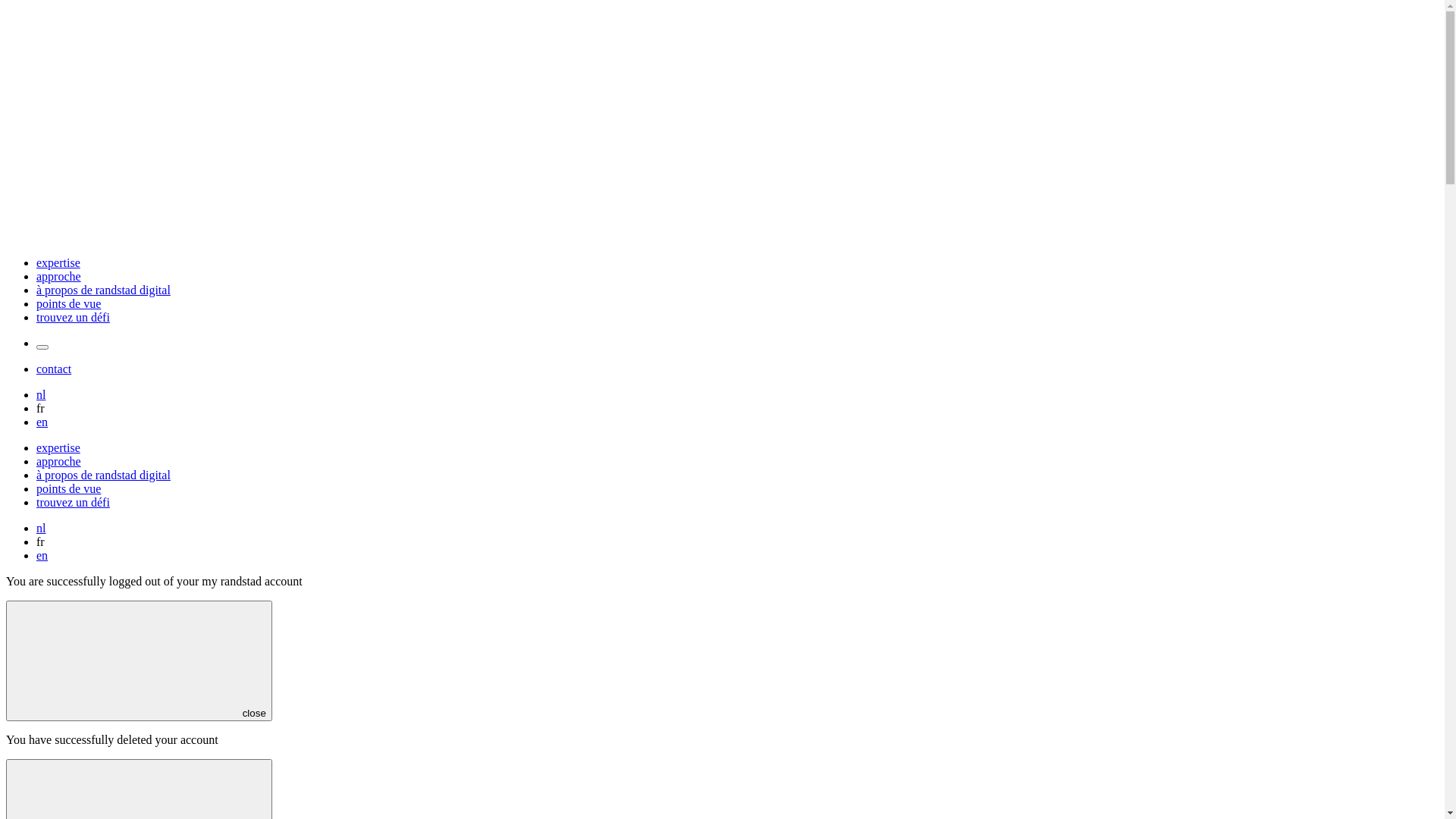 Image resolution: width=1456 pixels, height=819 pixels. Describe the element at coordinates (36, 369) in the screenshot. I see `'contact'` at that location.